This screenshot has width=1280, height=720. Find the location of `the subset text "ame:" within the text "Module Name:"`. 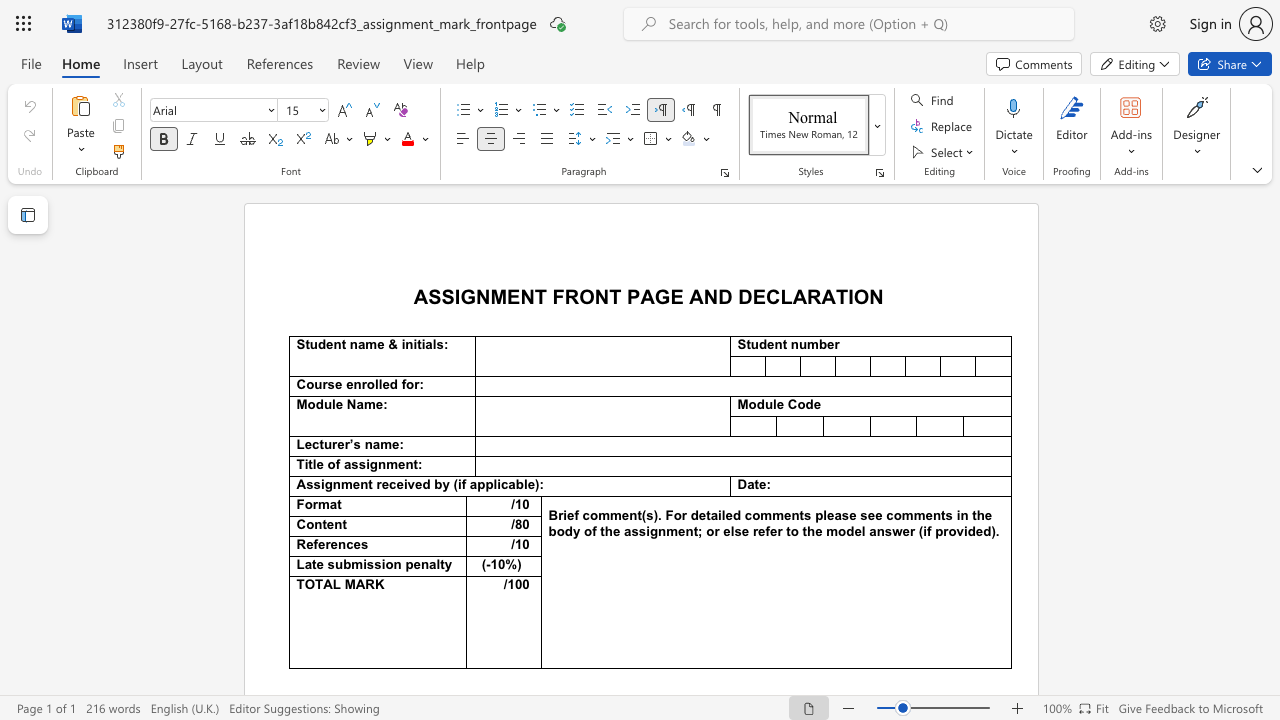

the subset text "ame:" within the text "Module Name:" is located at coordinates (356, 405).